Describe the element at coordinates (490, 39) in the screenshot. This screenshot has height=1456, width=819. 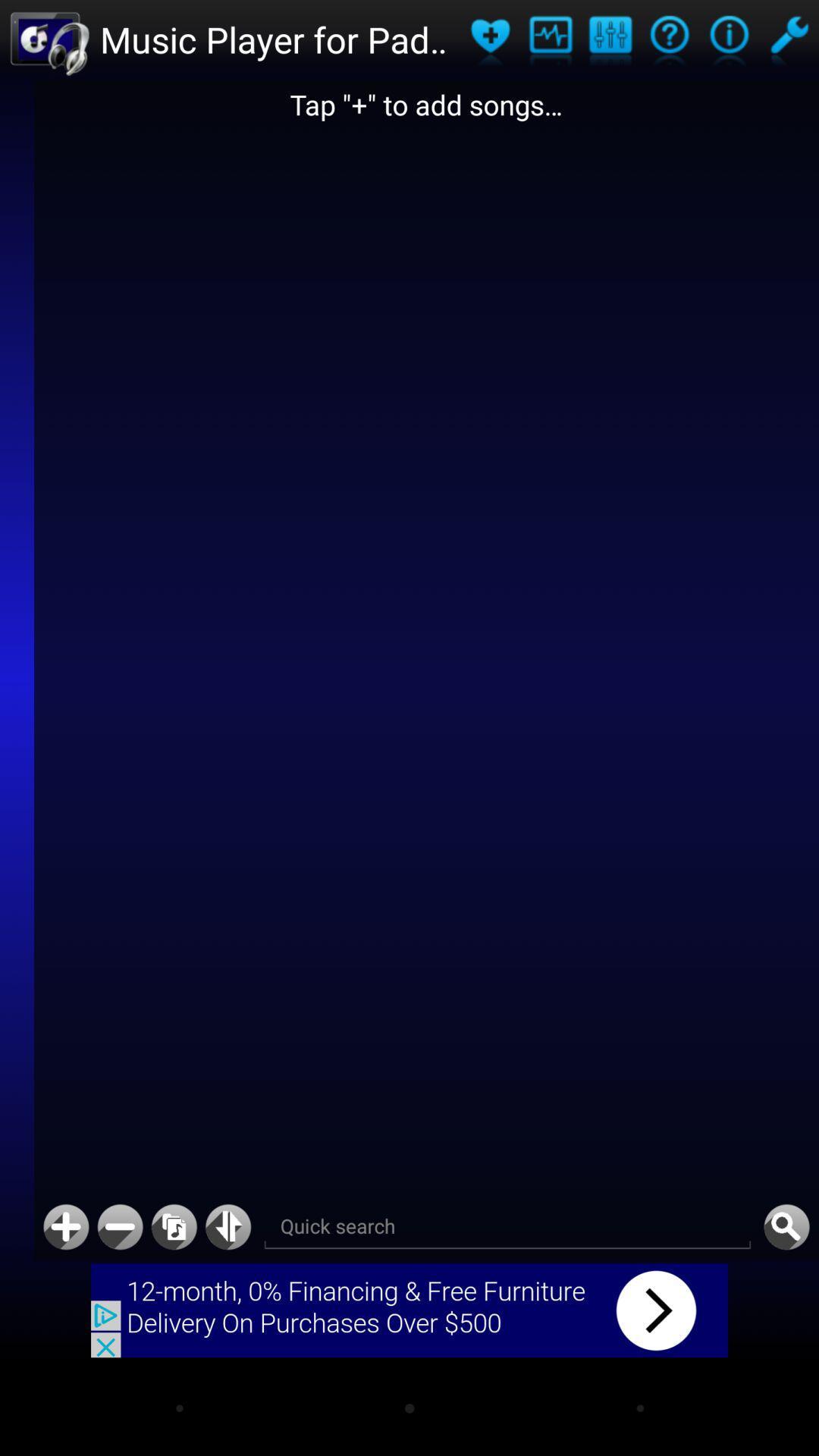
I see `songs` at that location.